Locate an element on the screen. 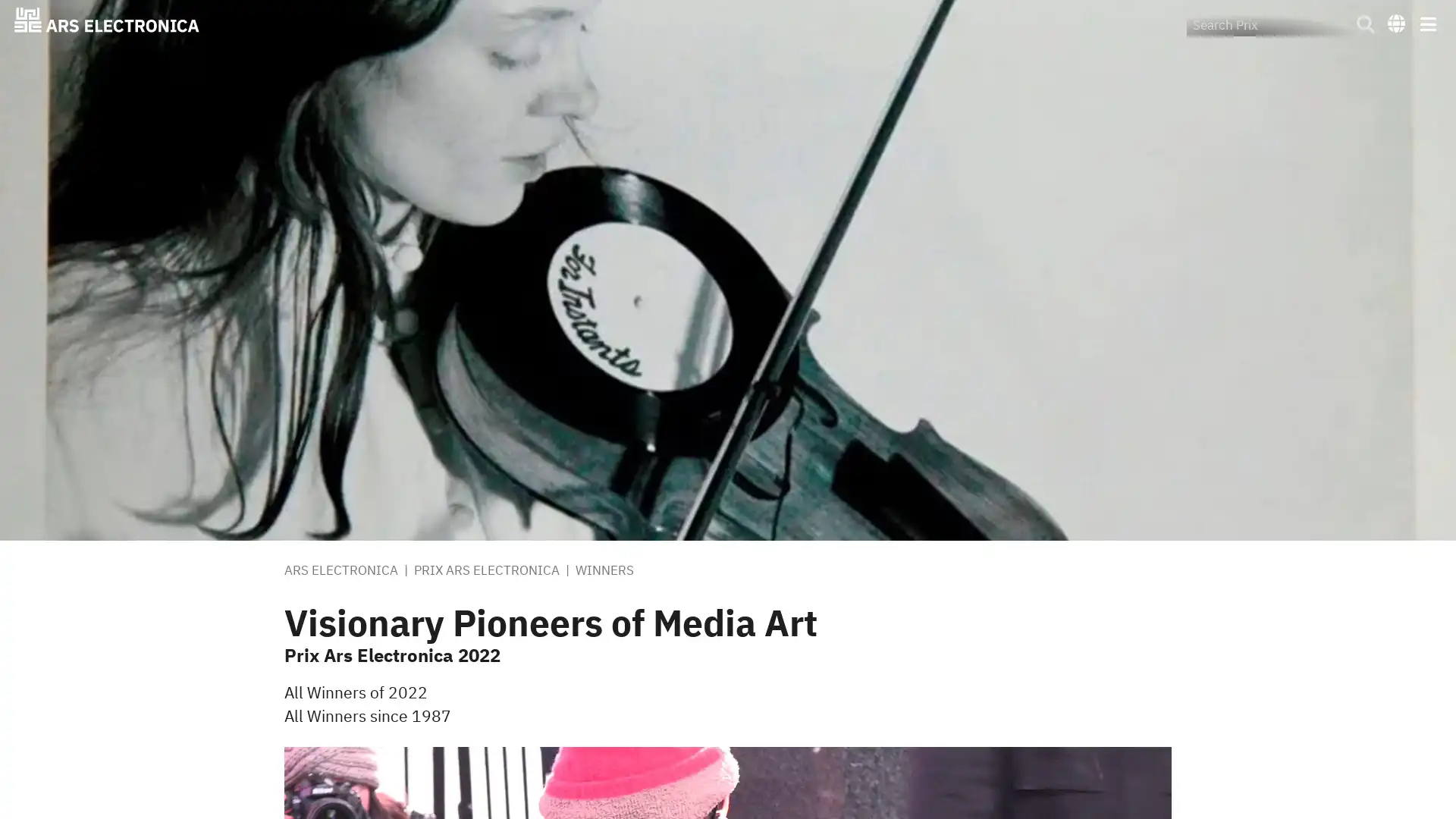 The image size is (1456, 819). Toggle navigation is located at coordinates (1426, 23).